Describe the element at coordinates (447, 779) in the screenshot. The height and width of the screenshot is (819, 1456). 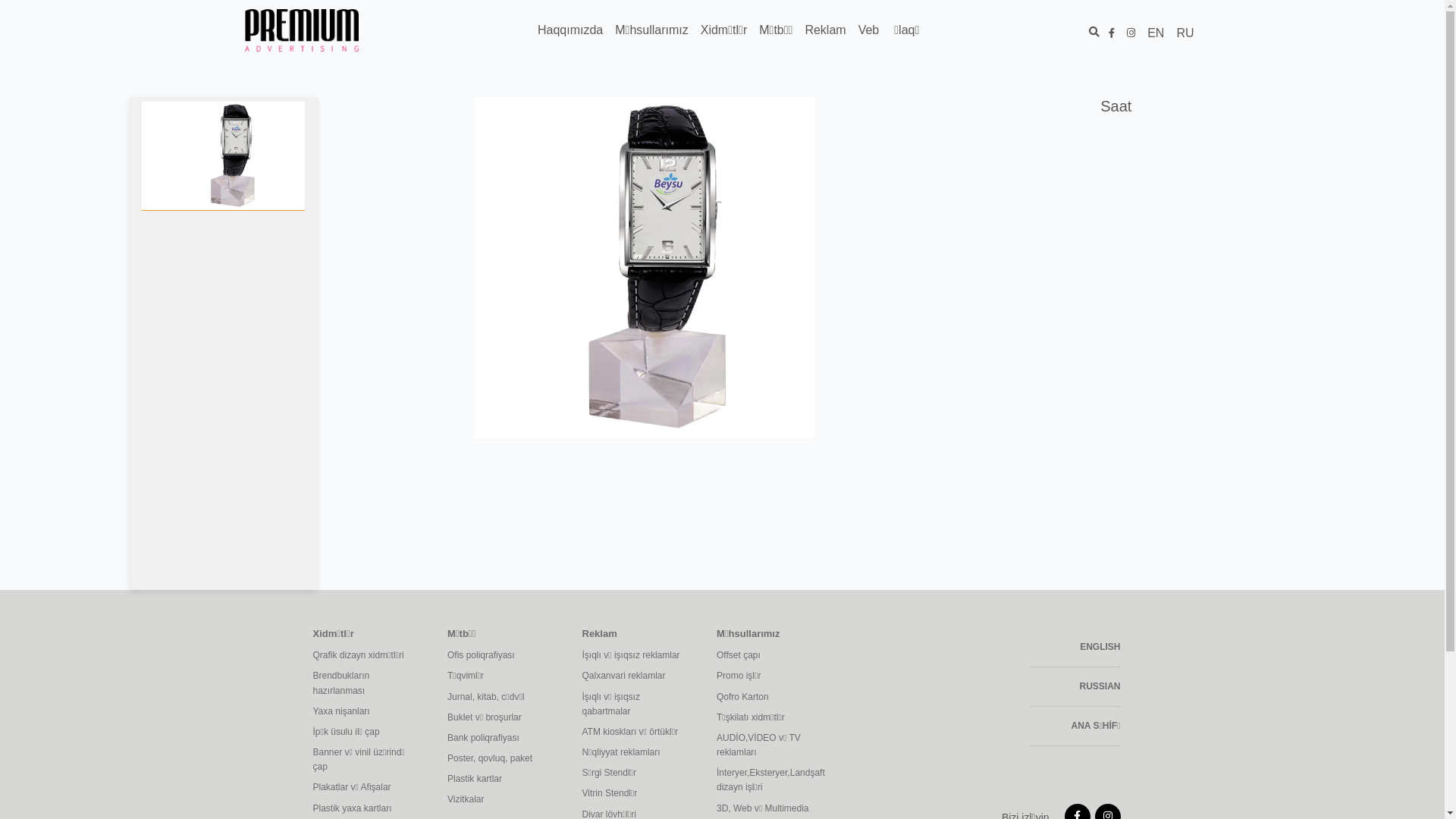
I see `'Plastik kartlar'` at that location.